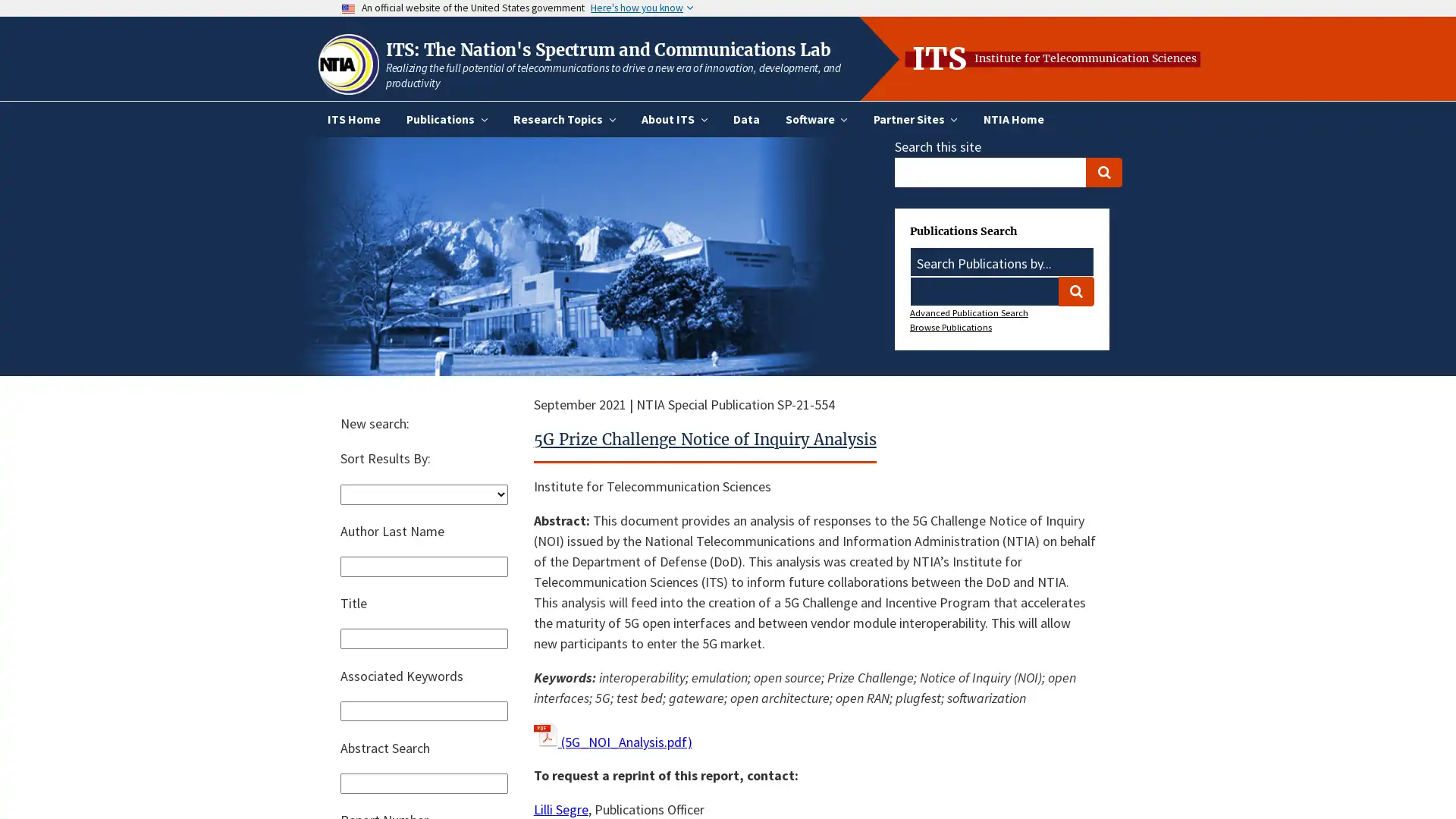 The height and width of the screenshot is (819, 1456). I want to click on Publications, so click(446, 118).